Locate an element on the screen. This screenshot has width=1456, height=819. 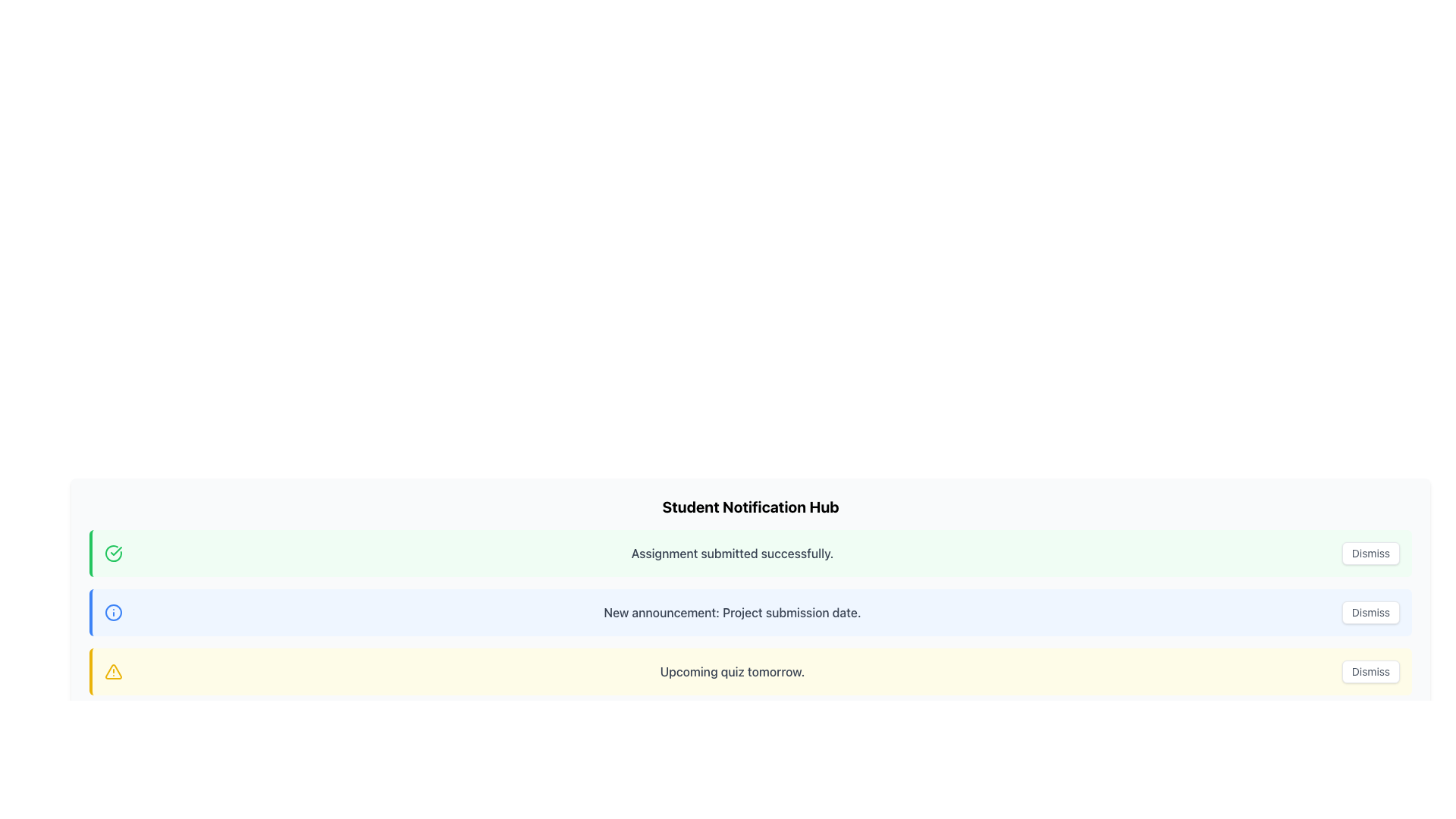
the 'Dismiss' button to interact via keyboard is located at coordinates (1370, 553).